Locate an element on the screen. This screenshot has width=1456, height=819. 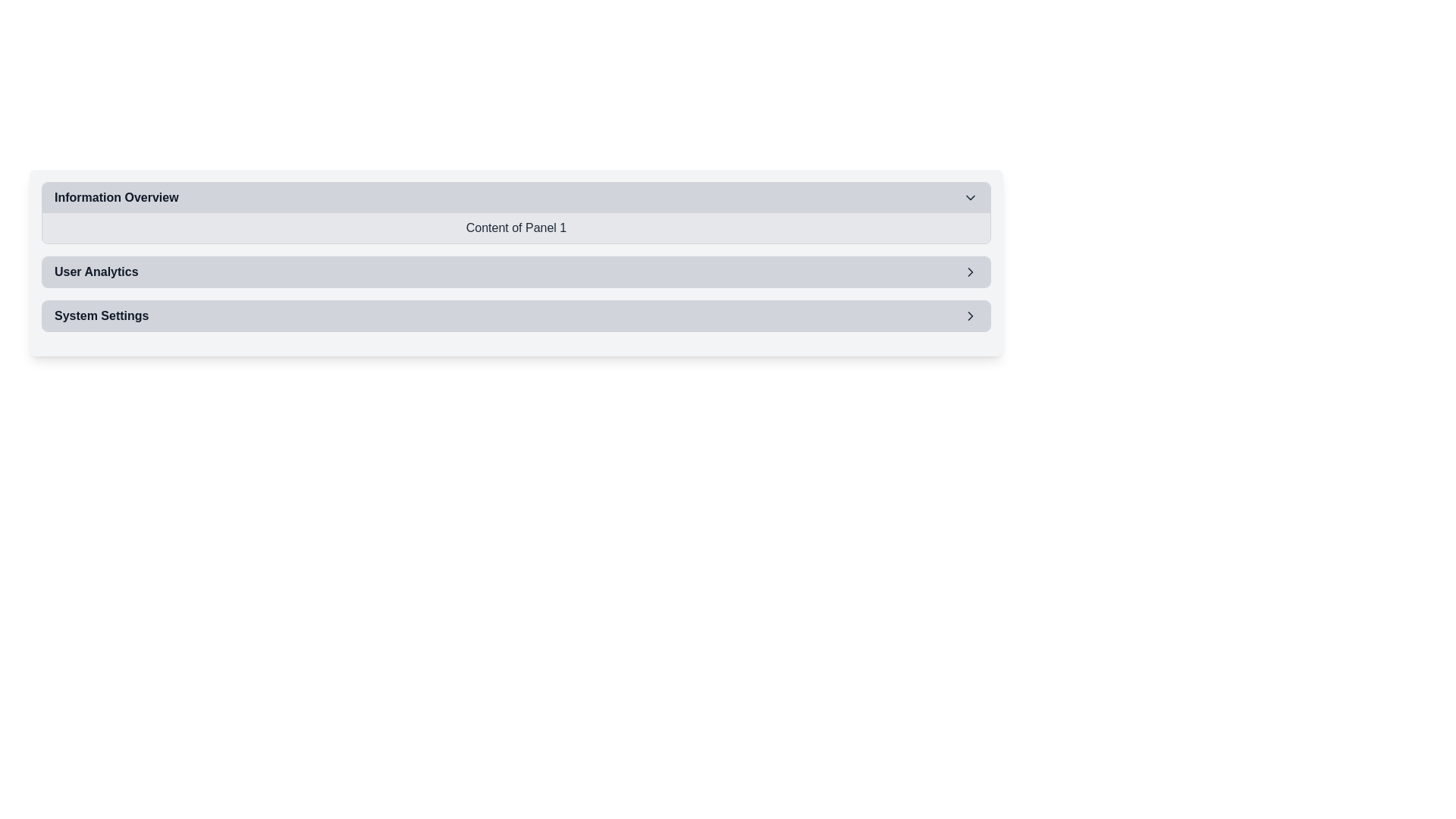
the toggle button located at the top of the panel to change its background style is located at coordinates (516, 197).